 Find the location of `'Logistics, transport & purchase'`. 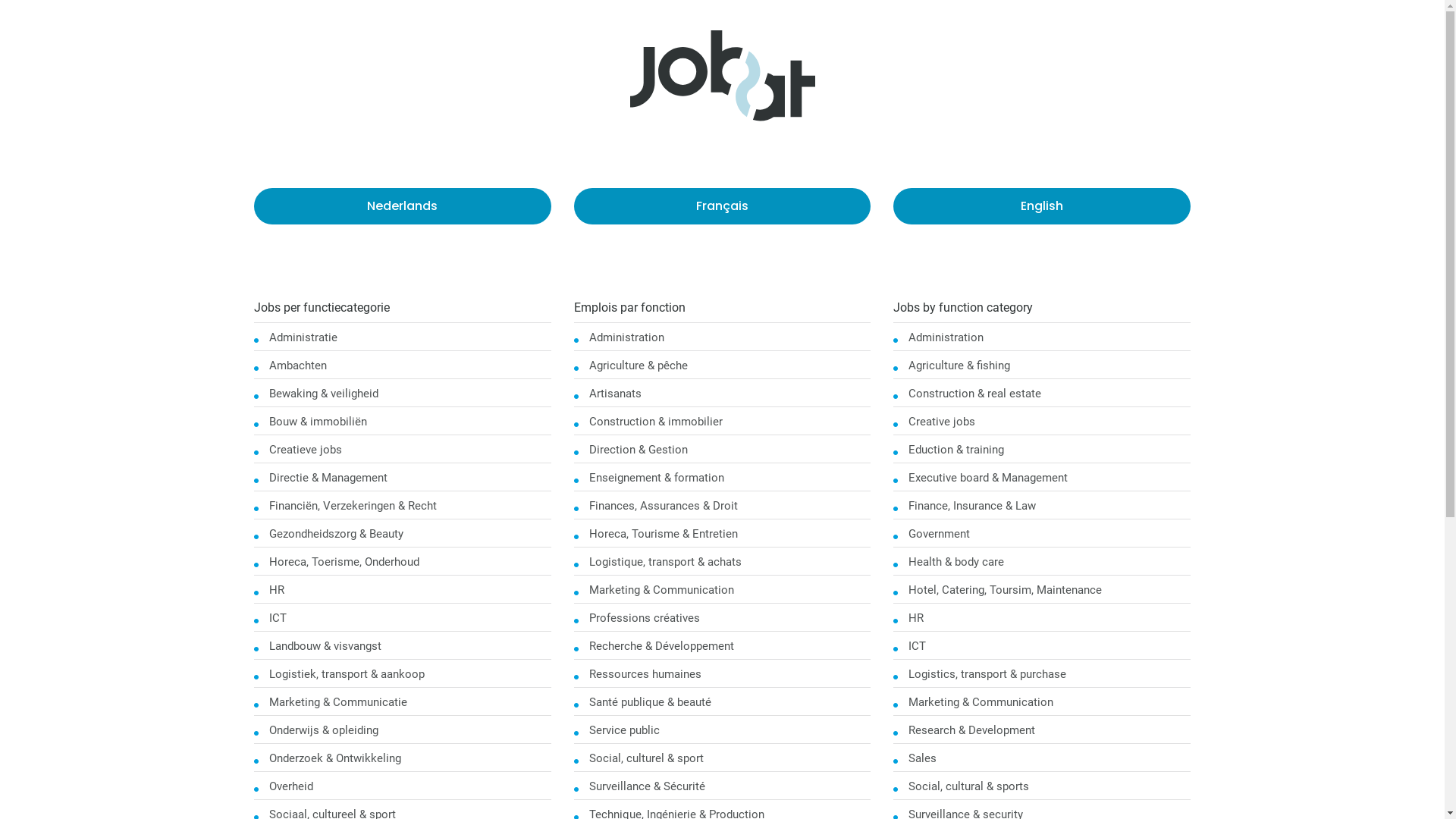

'Logistics, transport & purchase' is located at coordinates (987, 673).